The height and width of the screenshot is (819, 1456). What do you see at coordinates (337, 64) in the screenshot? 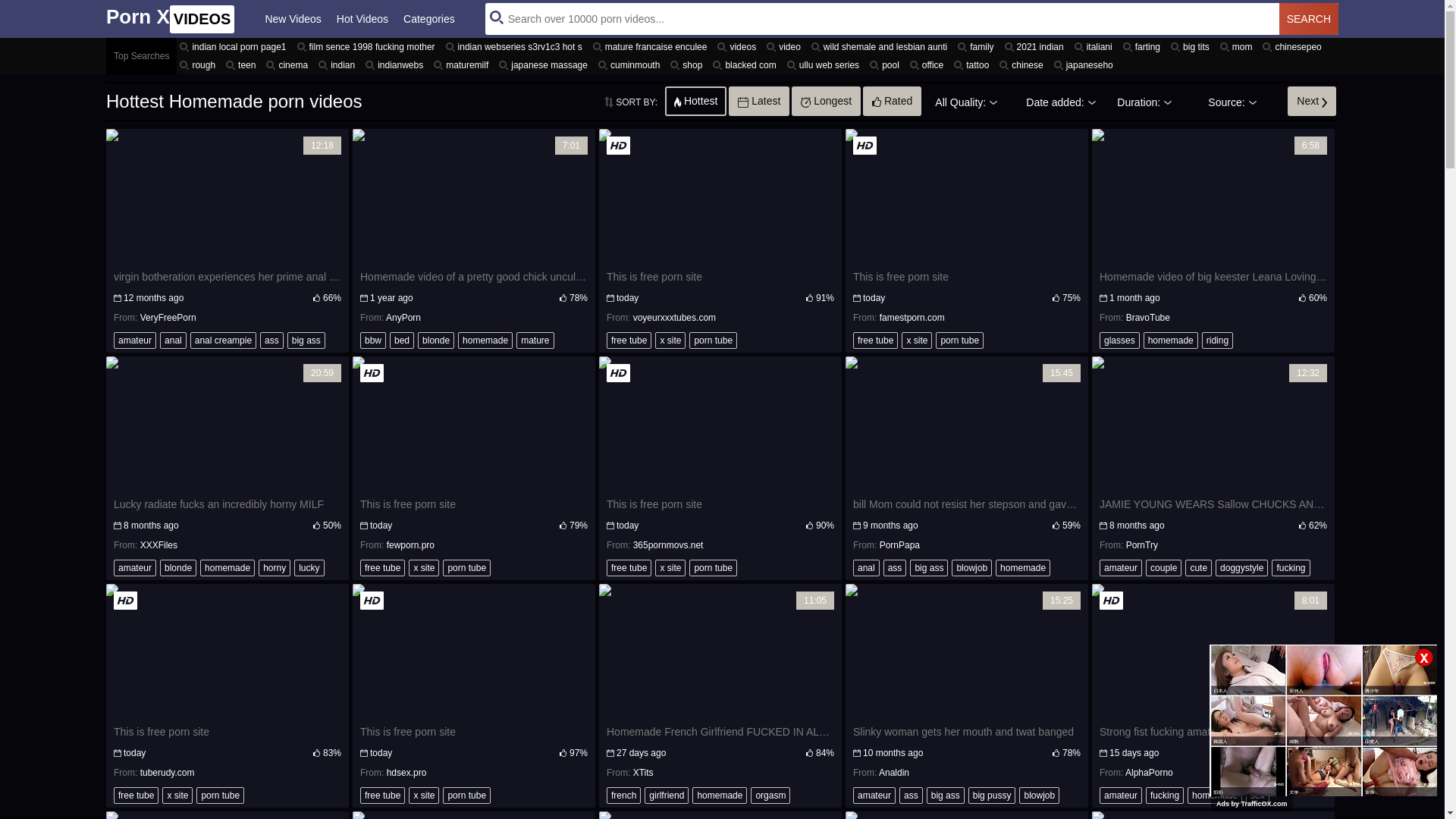
I see `'indian'` at bounding box center [337, 64].